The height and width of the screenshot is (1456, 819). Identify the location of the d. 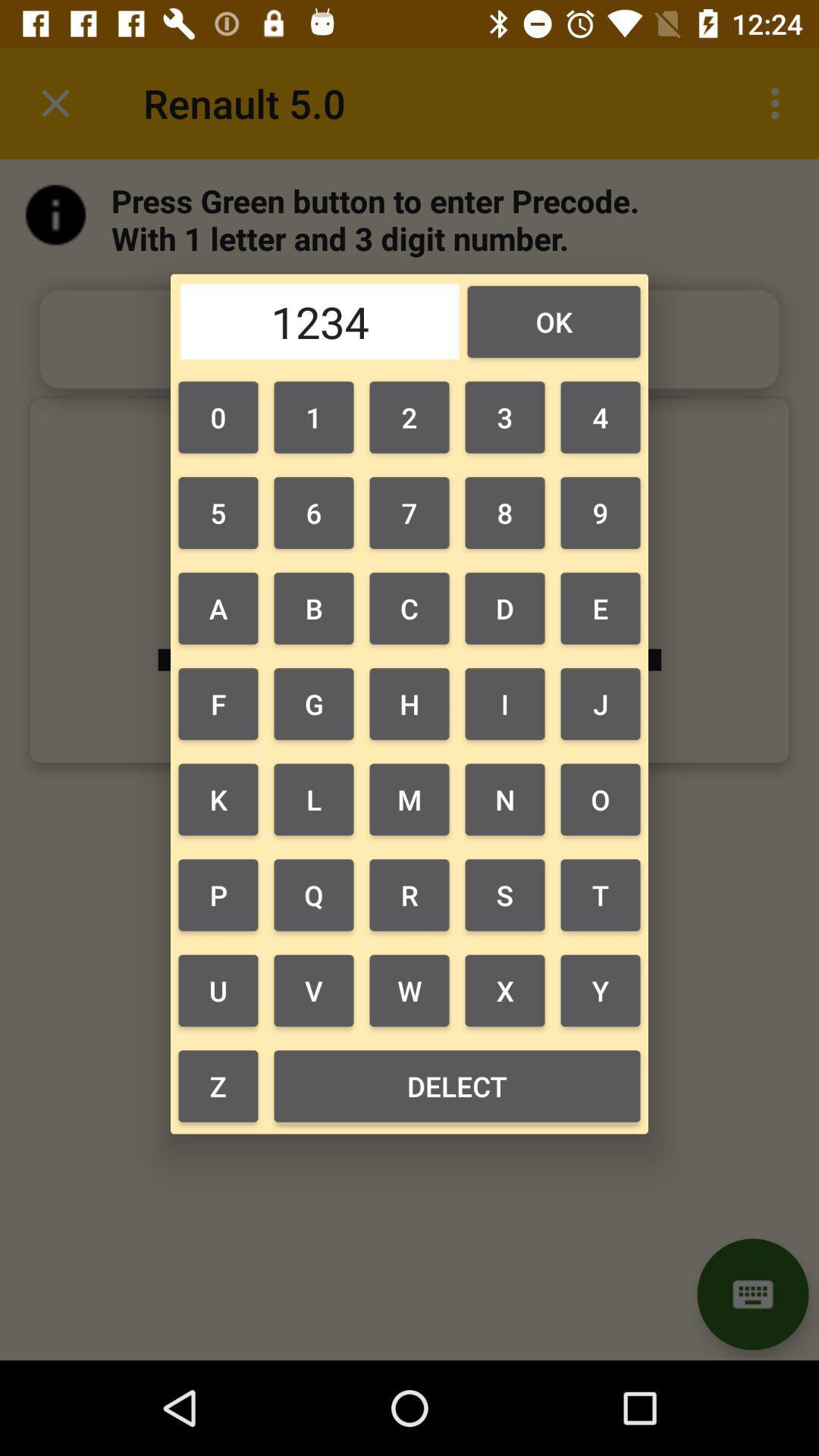
(505, 608).